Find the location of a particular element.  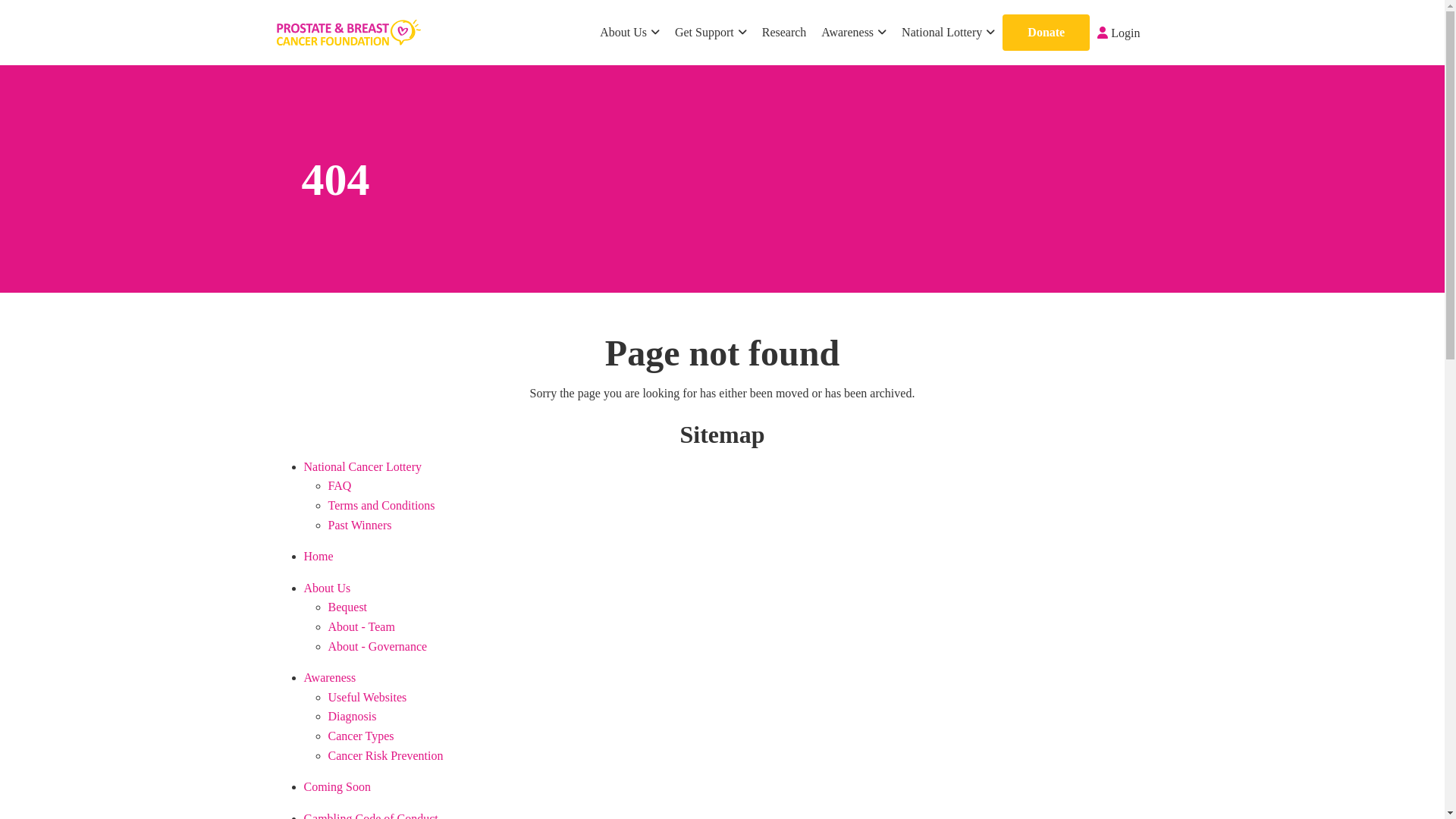

'FAQ' is located at coordinates (338, 485).